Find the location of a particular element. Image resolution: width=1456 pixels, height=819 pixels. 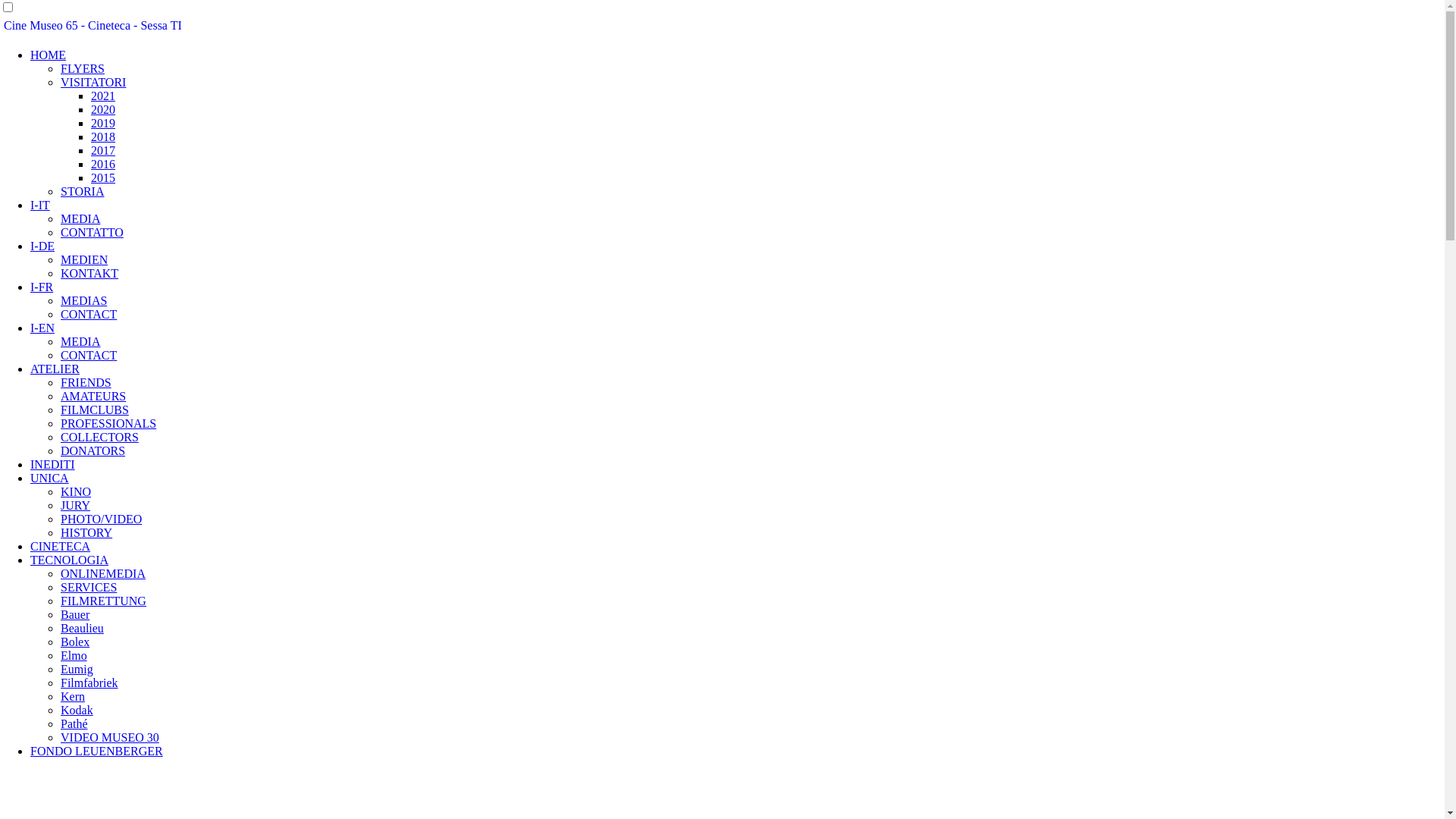

'ONLINEMEDIA' is located at coordinates (61, 573).